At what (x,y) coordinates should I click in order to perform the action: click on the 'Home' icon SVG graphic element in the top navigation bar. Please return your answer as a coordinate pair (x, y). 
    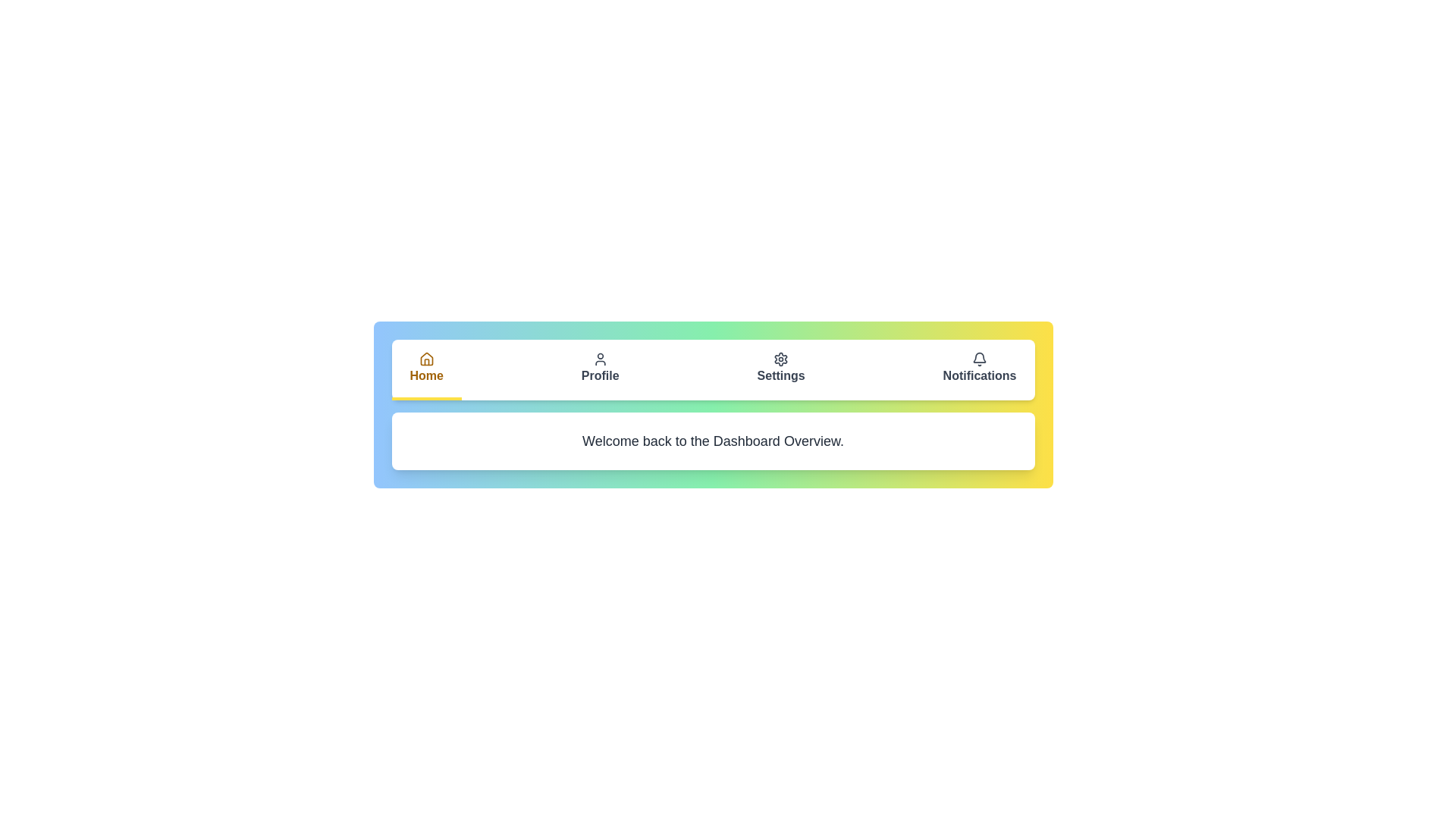
    Looking at the image, I should click on (425, 359).